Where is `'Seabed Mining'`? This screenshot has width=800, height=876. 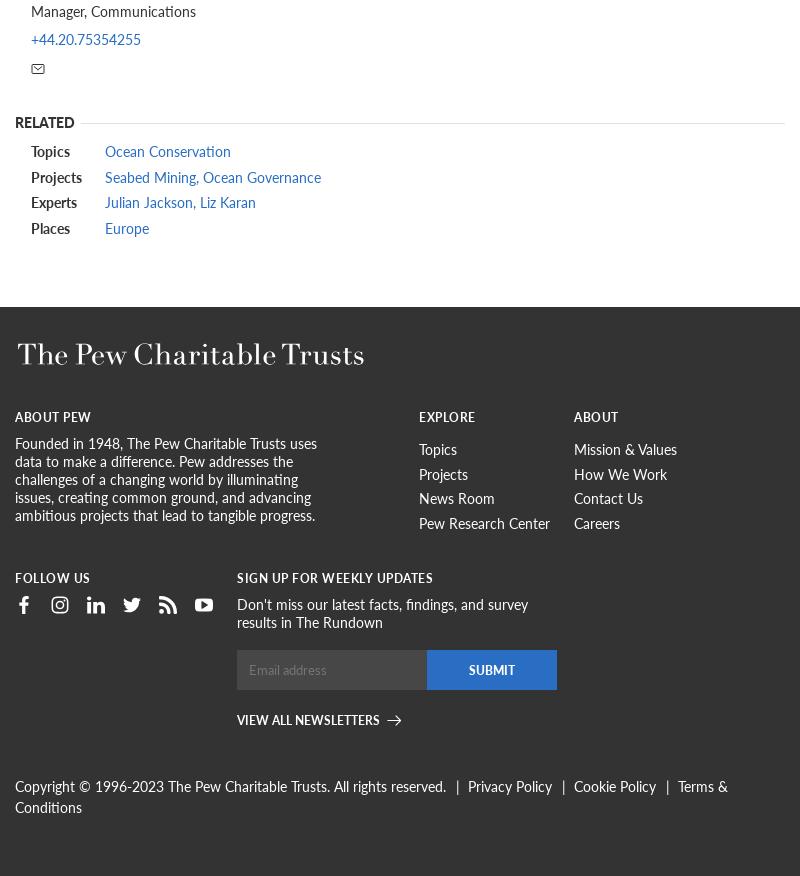
'Seabed Mining' is located at coordinates (150, 176).